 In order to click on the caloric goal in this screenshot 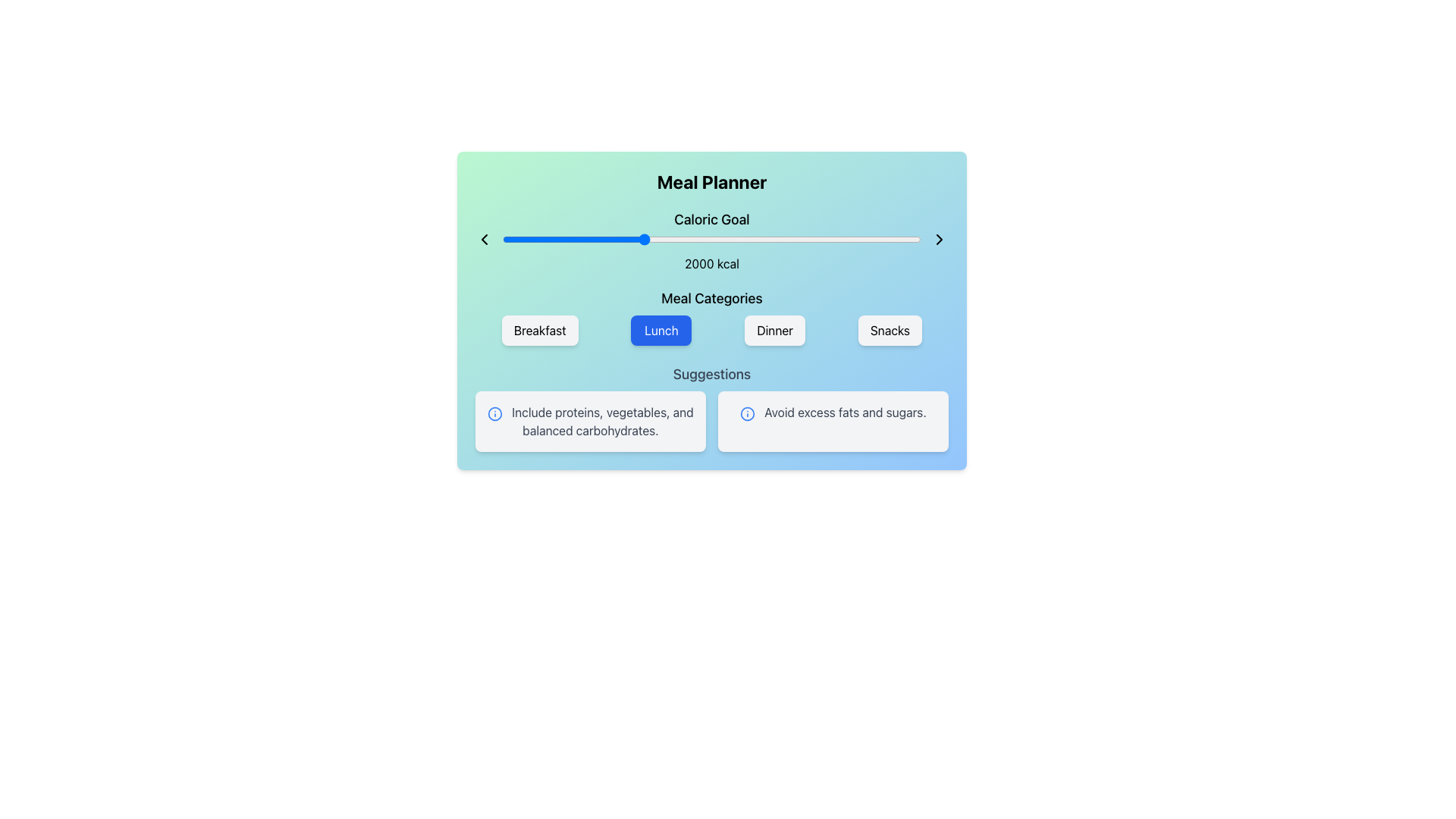, I will do `click(640, 239)`.